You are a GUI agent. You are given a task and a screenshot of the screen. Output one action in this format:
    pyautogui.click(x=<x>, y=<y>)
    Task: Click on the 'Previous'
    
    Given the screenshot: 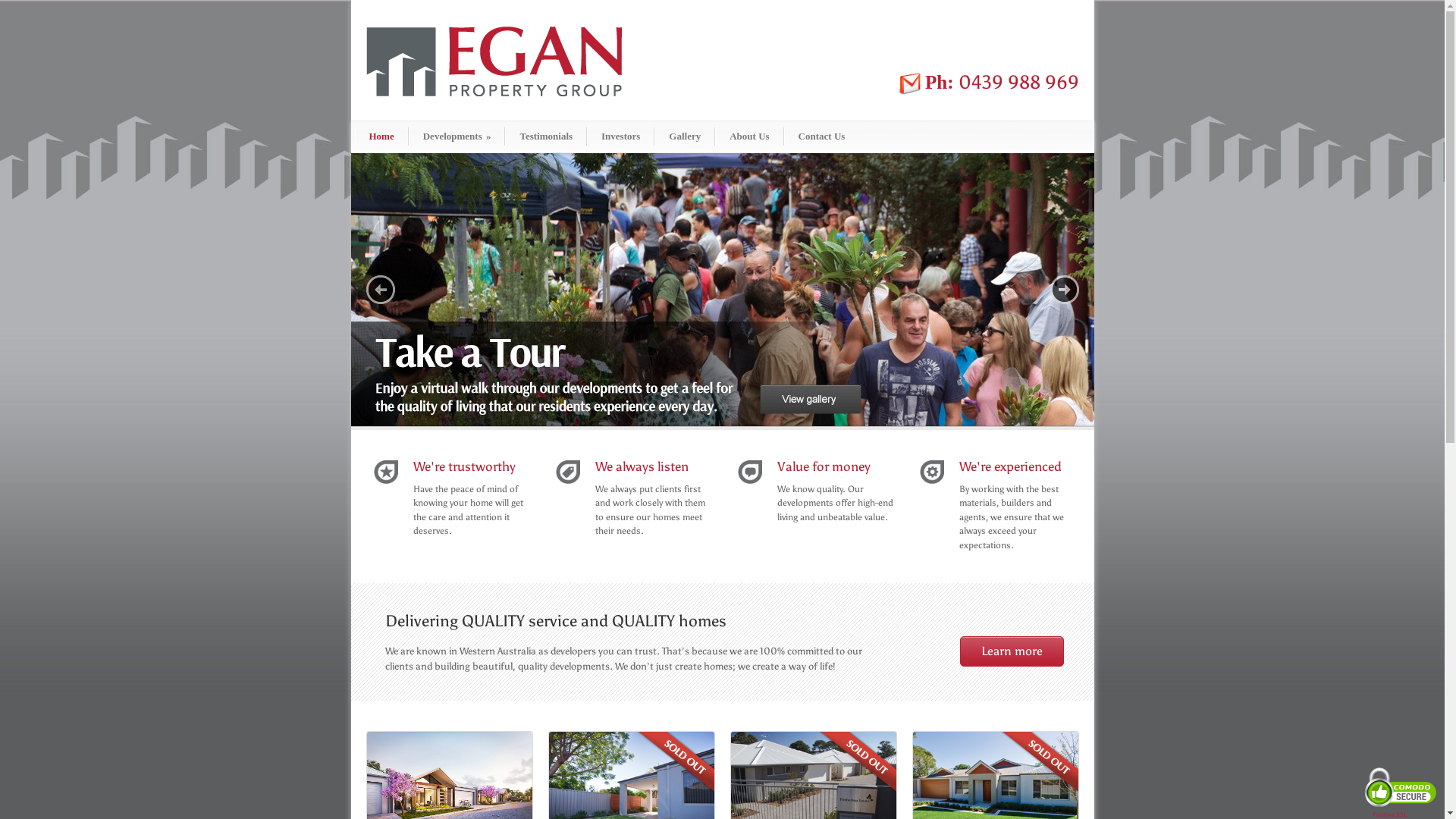 What is the action you would take?
    pyautogui.click(x=365, y=289)
    